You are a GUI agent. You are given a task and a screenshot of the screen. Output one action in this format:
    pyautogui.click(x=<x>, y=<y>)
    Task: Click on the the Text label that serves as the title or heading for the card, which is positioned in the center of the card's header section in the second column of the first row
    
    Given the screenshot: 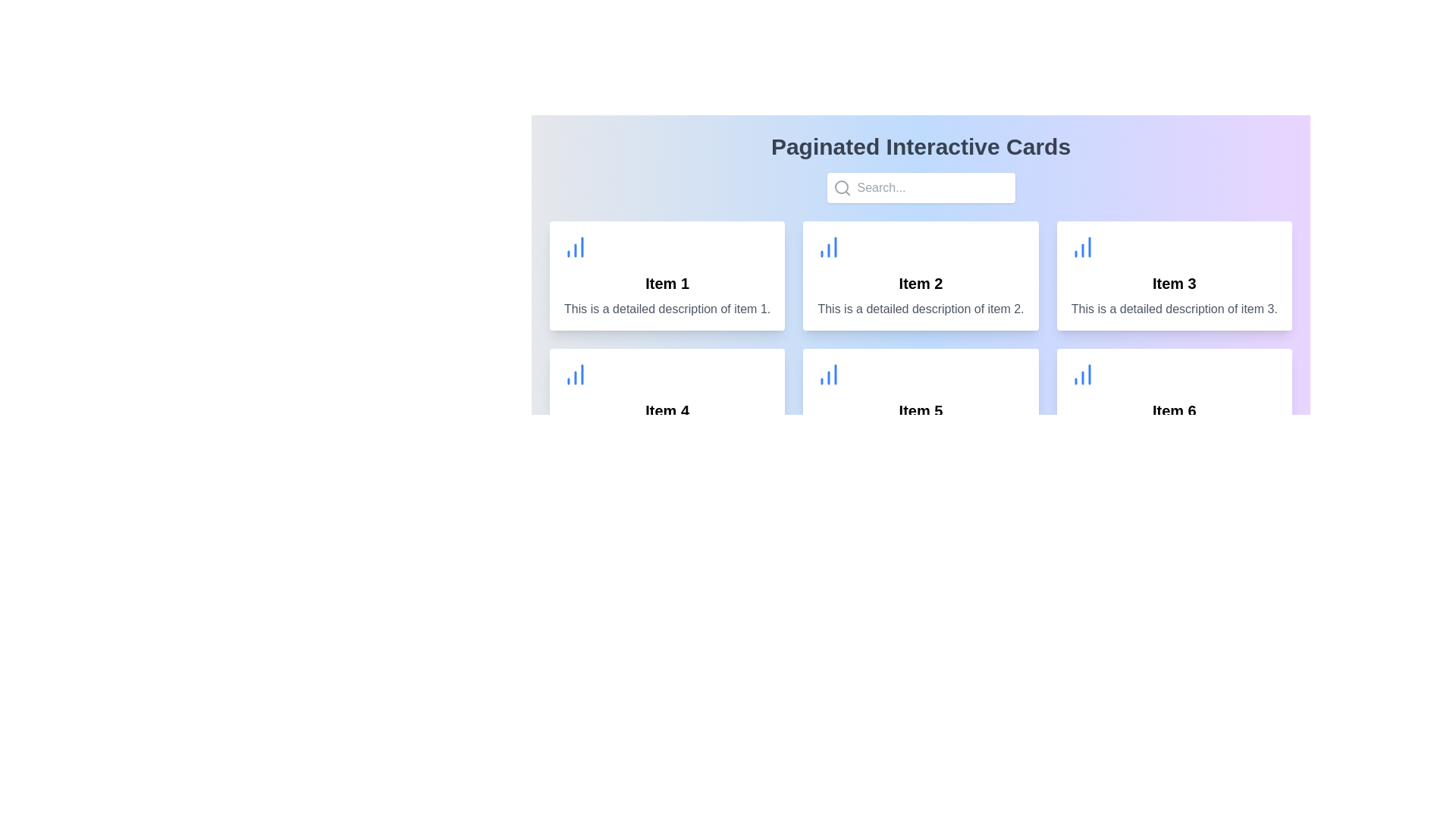 What is the action you would take?
    pyautogui.click(x=920, y=284)
    